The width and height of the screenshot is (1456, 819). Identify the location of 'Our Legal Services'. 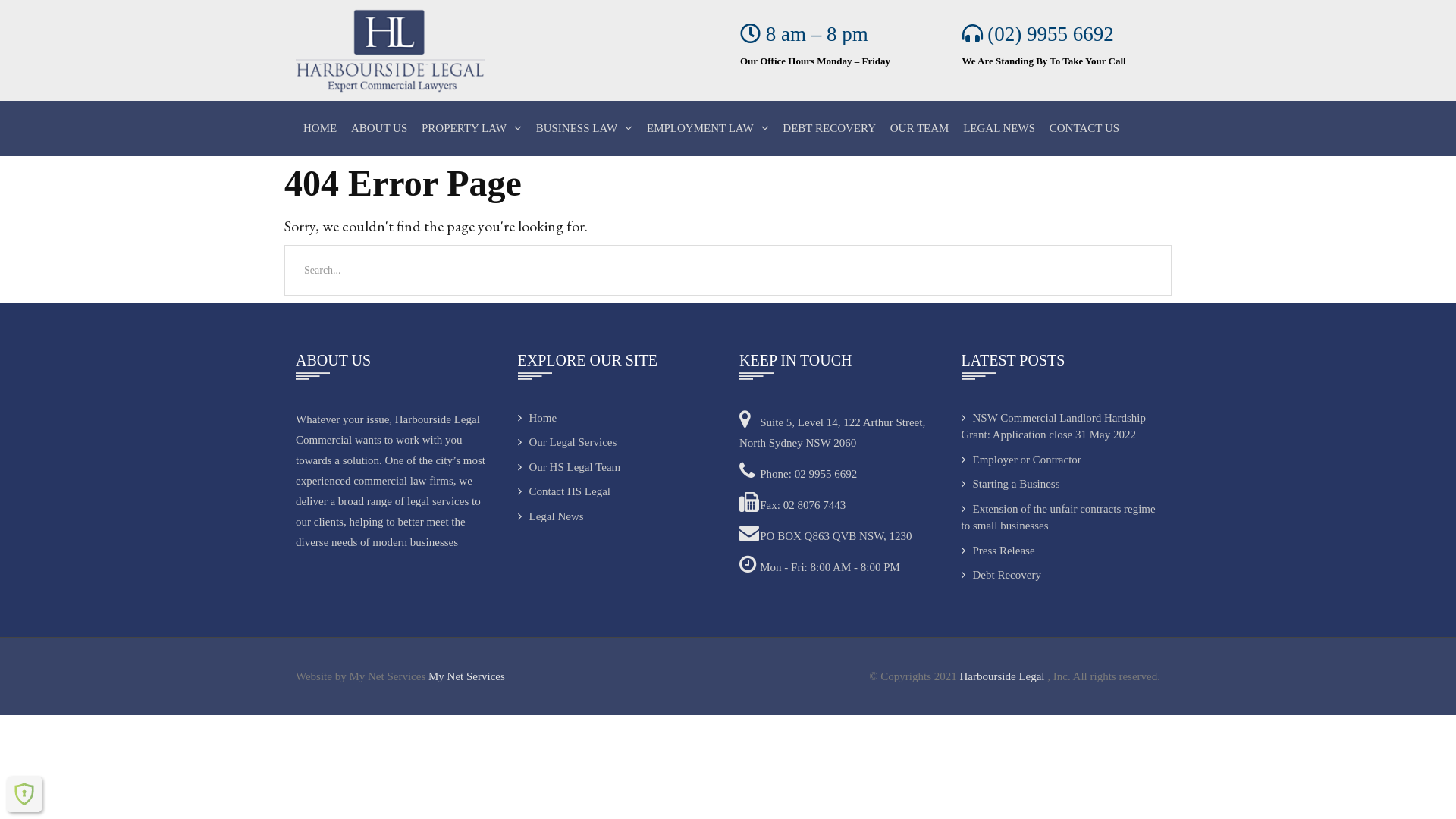
(566, 441).